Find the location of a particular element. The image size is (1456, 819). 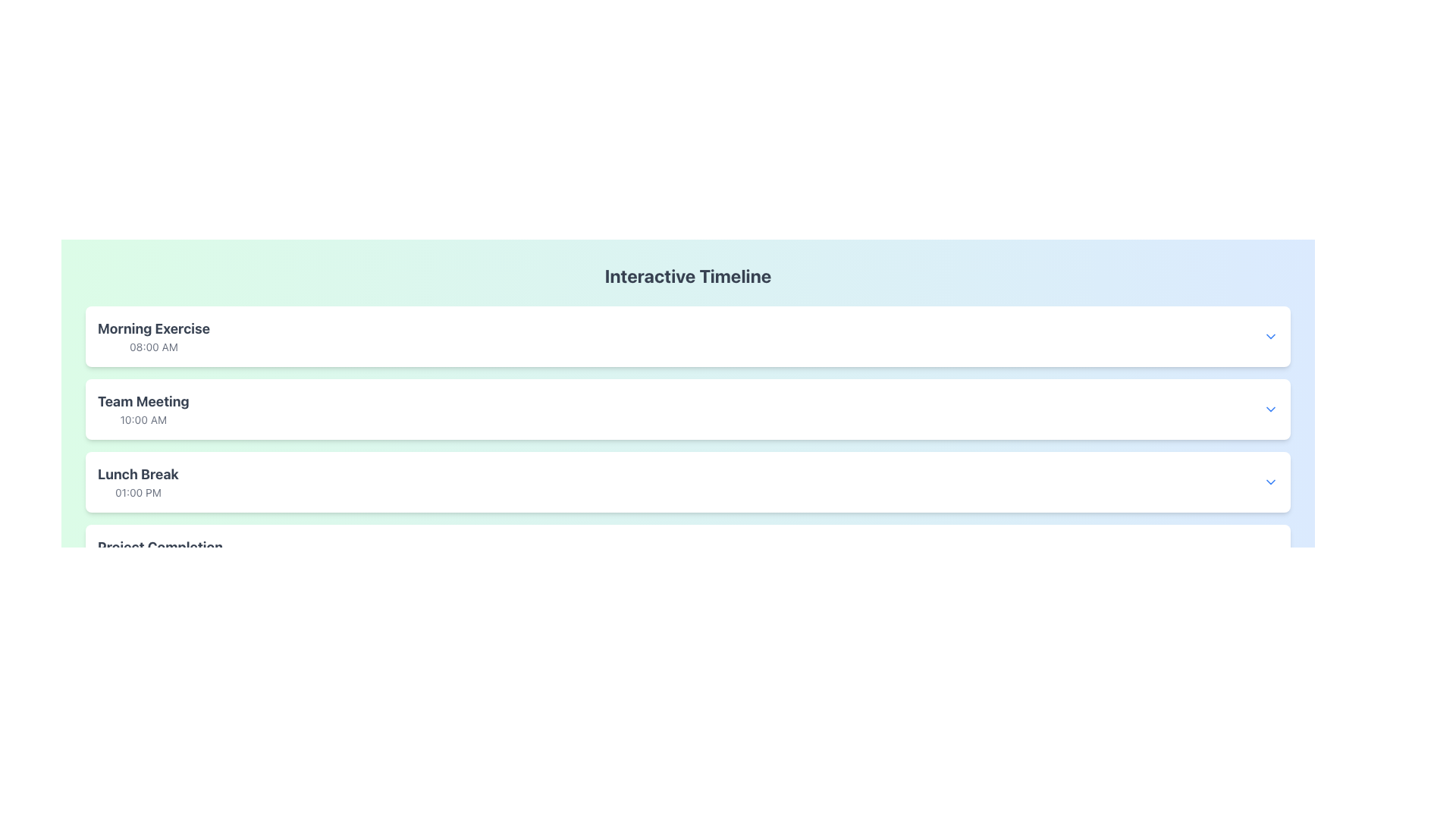

the text label displaying '10:00 AM', which is styled in a small gray font and positioned below the 'Team Meeting' title in the timeline schedule is located at coordinates (143, 420).